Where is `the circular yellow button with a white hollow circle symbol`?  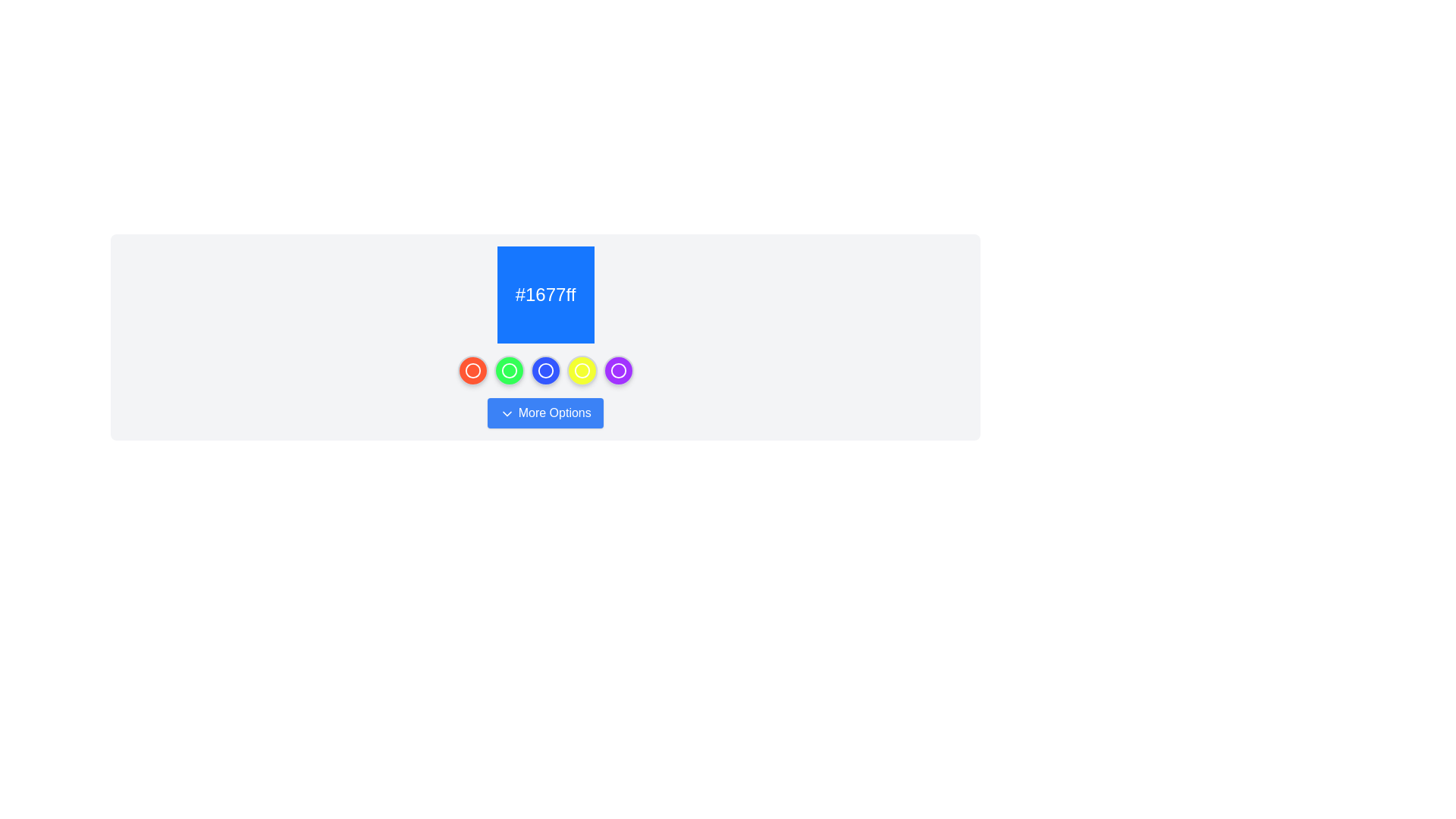
the circular yellow button with a white hollow circle symbol is located at coordinates (581, 371).